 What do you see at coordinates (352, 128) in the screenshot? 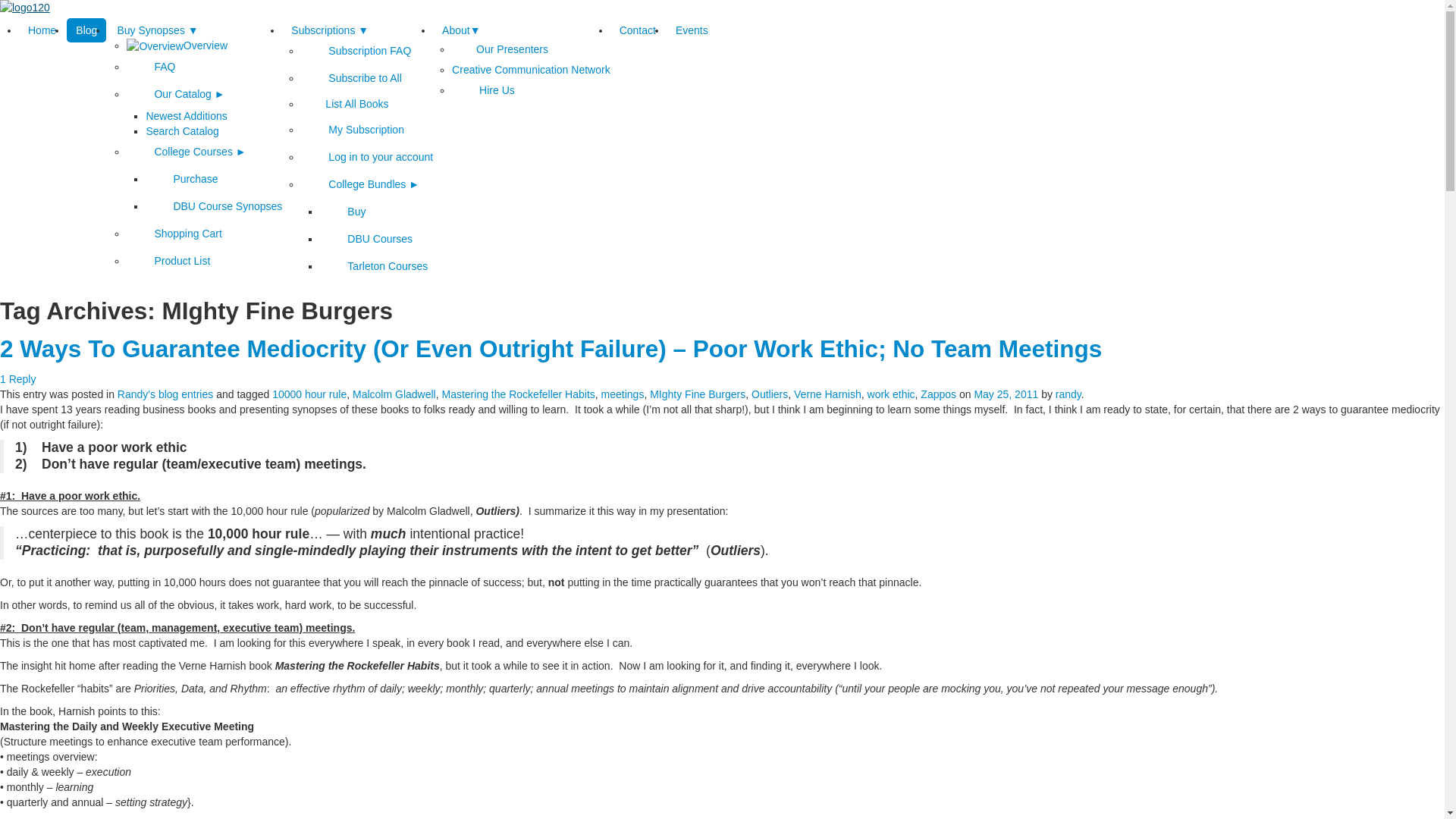
I see `'My Subscription'` at bounding box center [352, 128].